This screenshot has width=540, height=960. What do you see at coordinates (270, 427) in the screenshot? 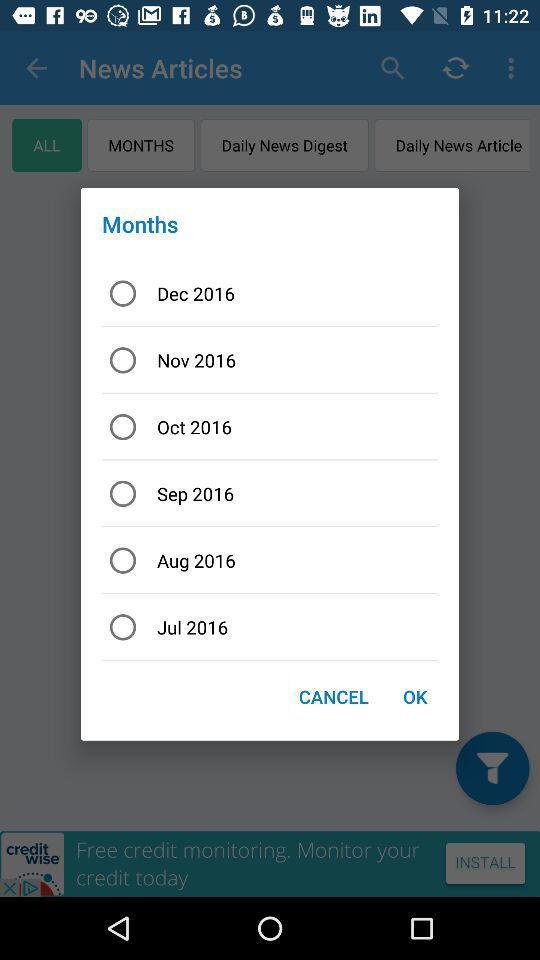
I see `item below nov 2016 item` at bounding box center [270, 427].